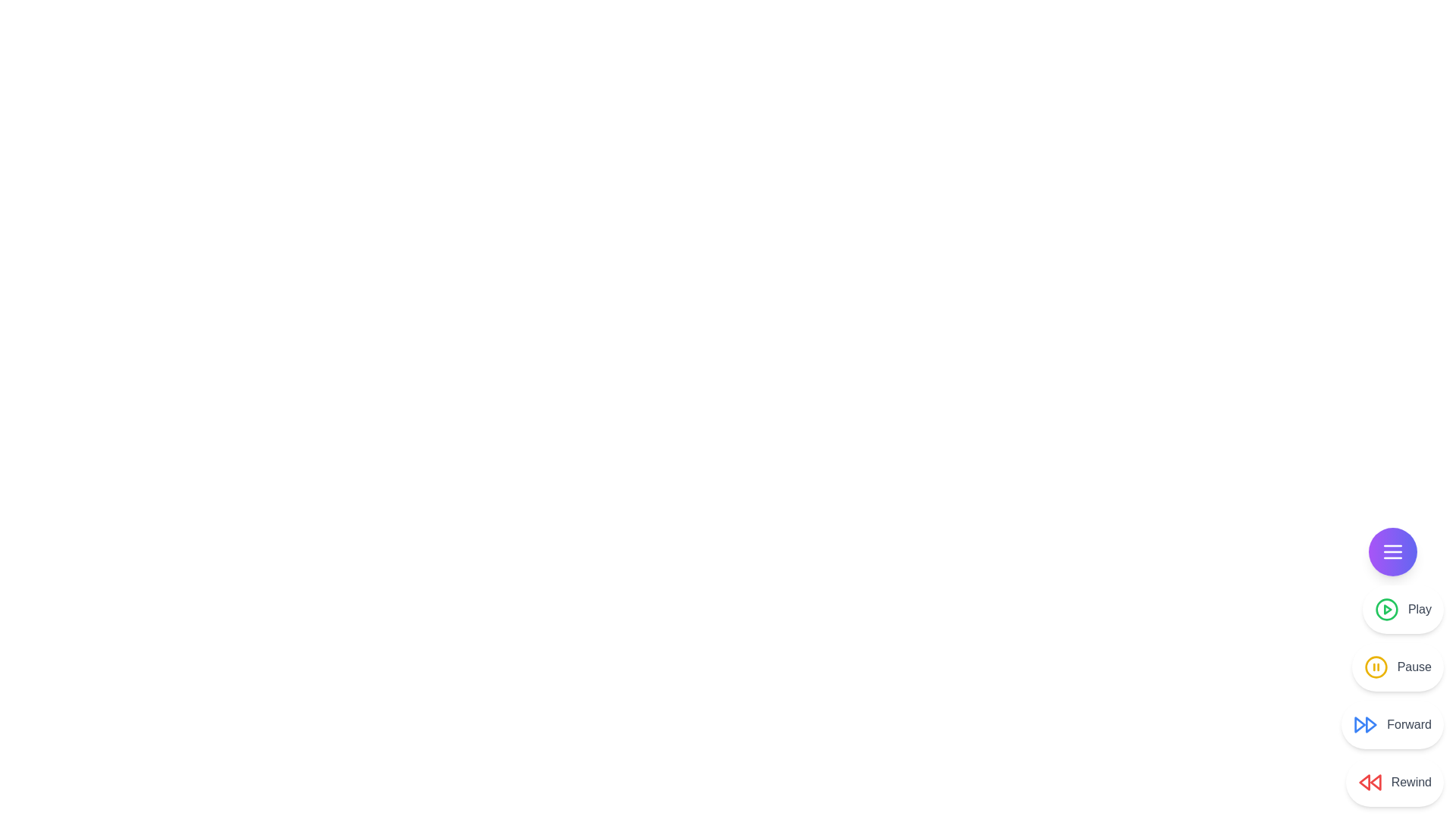  Describe the element at coordinates (1392, 724) in the screenshot. I see `the Forward button to skip ahead` at that location.